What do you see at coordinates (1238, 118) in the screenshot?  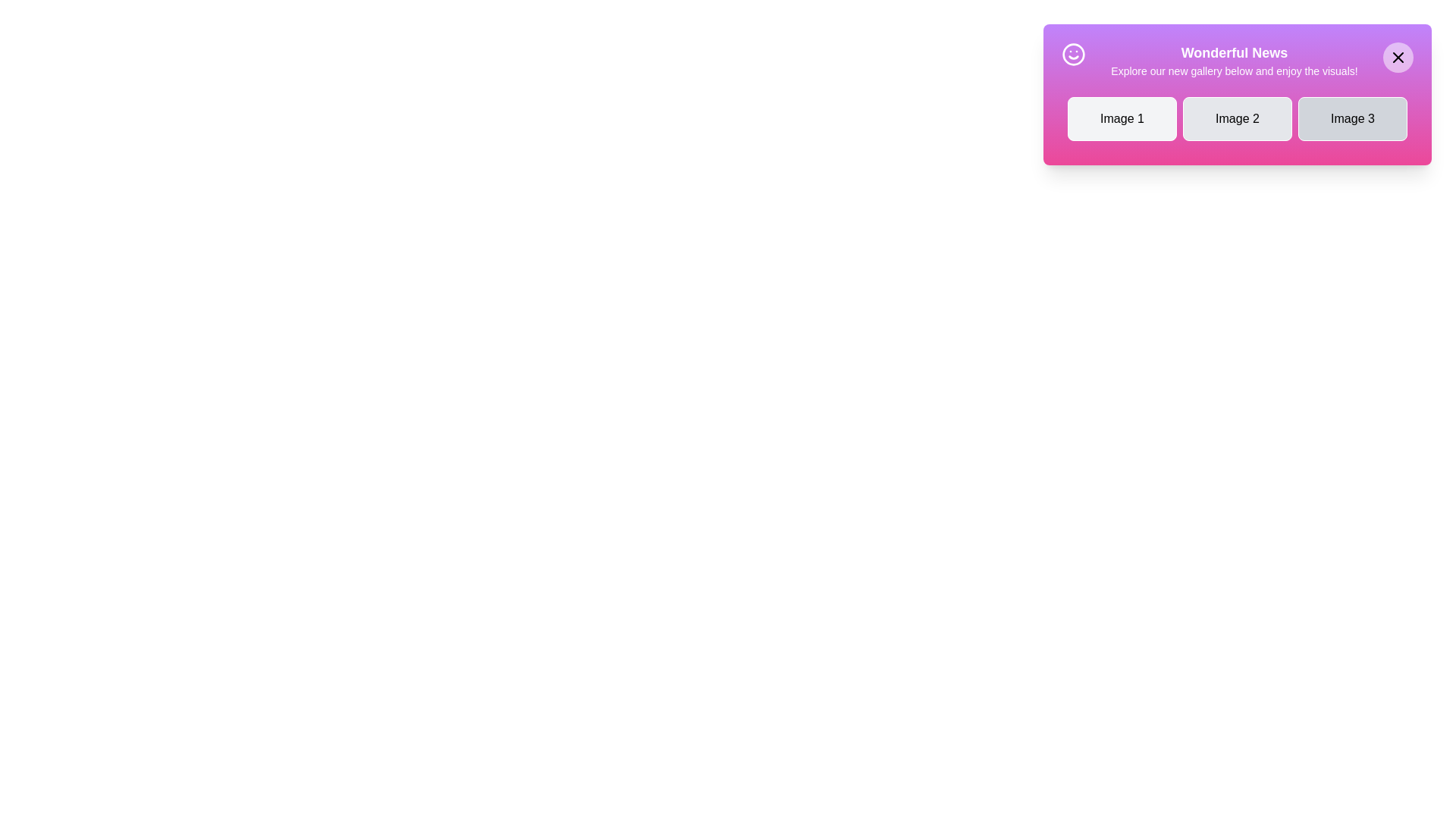 I see `the gallery item labeled Image 2` at bounding box center [1238, 118].